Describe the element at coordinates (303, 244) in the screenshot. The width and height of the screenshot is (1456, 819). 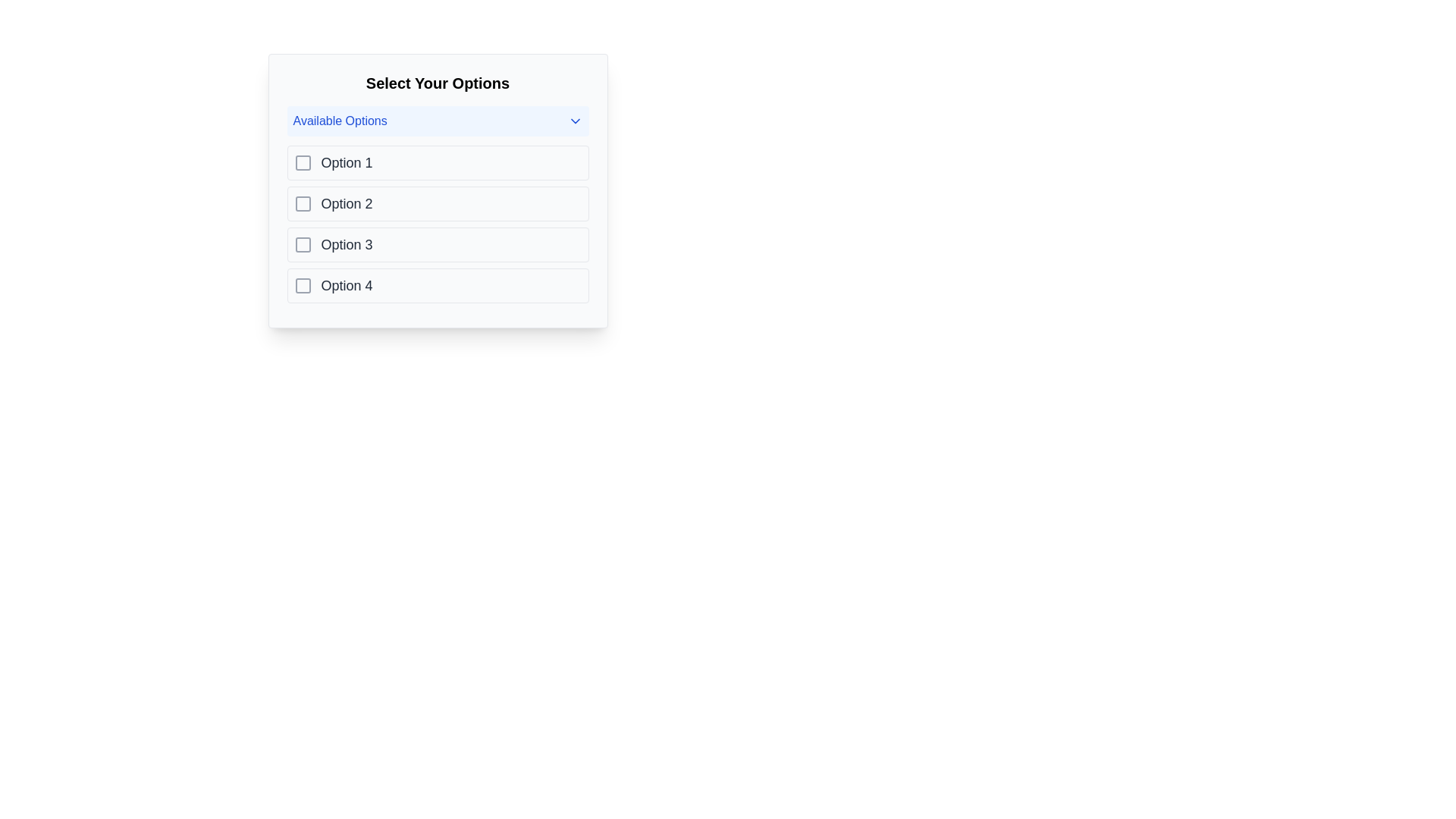
I see `the checkbox labeled 'Option 3'` at that location.